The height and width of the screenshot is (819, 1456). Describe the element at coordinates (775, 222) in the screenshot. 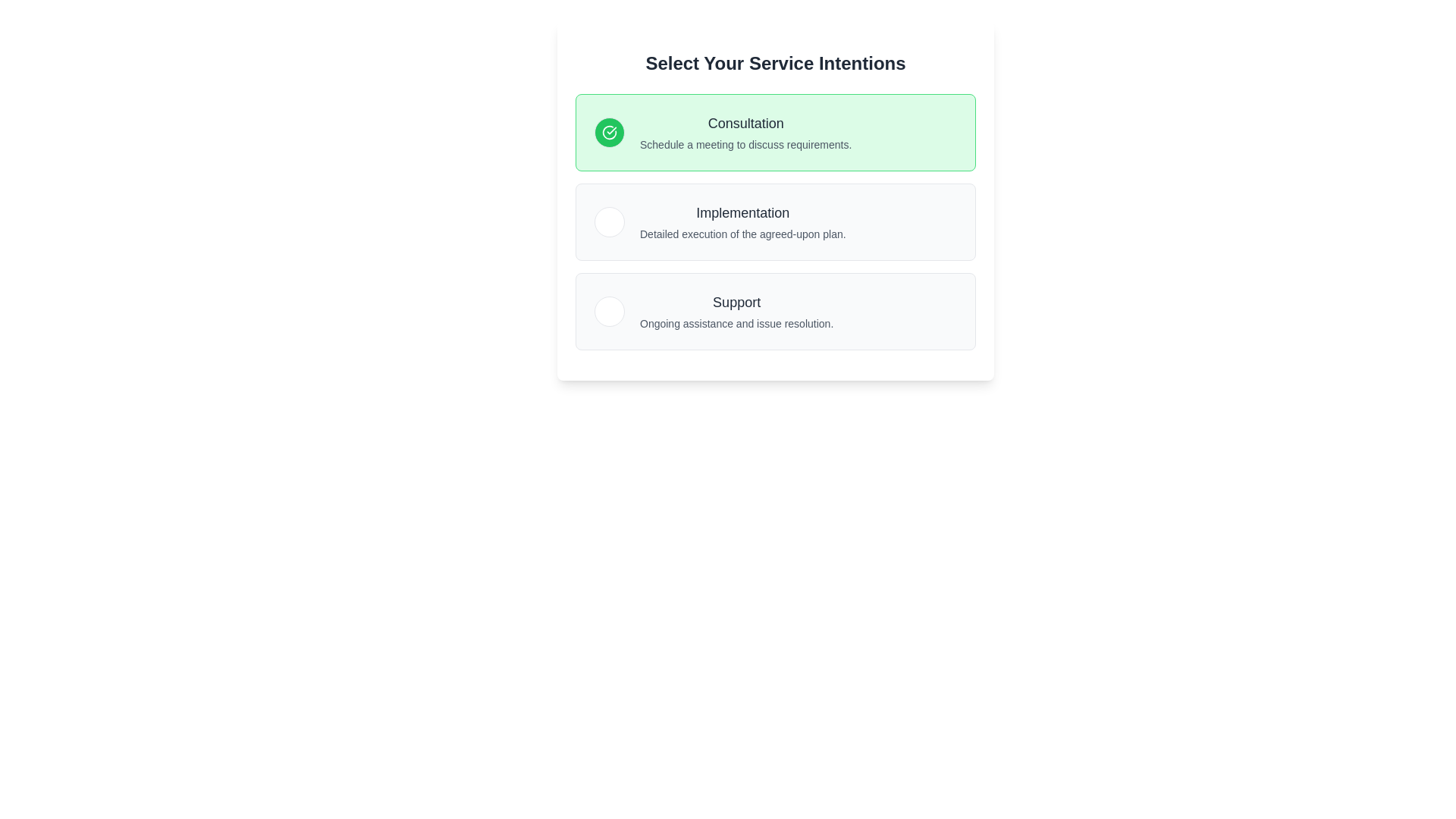

I see `the 'Implementation' section, which is the second of three sections titled 'Select Your Service Intentions'` at that location.